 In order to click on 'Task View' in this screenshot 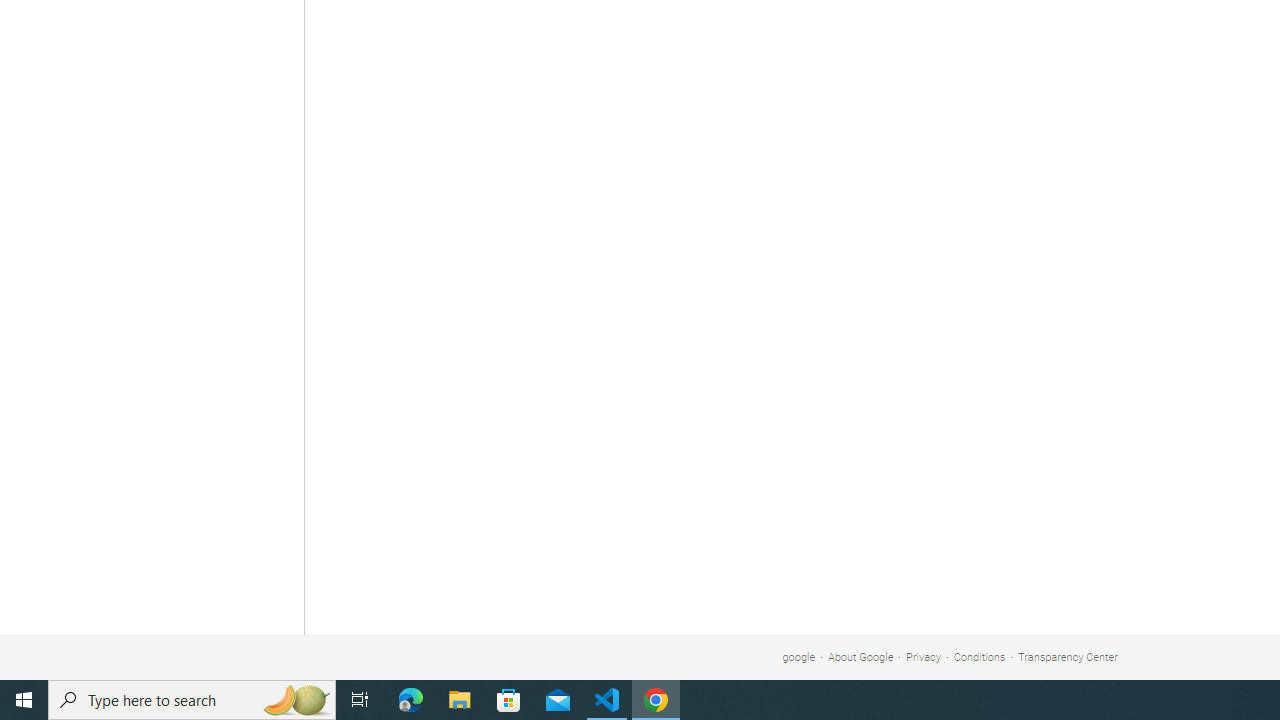, I will do `click(359, 698)`.